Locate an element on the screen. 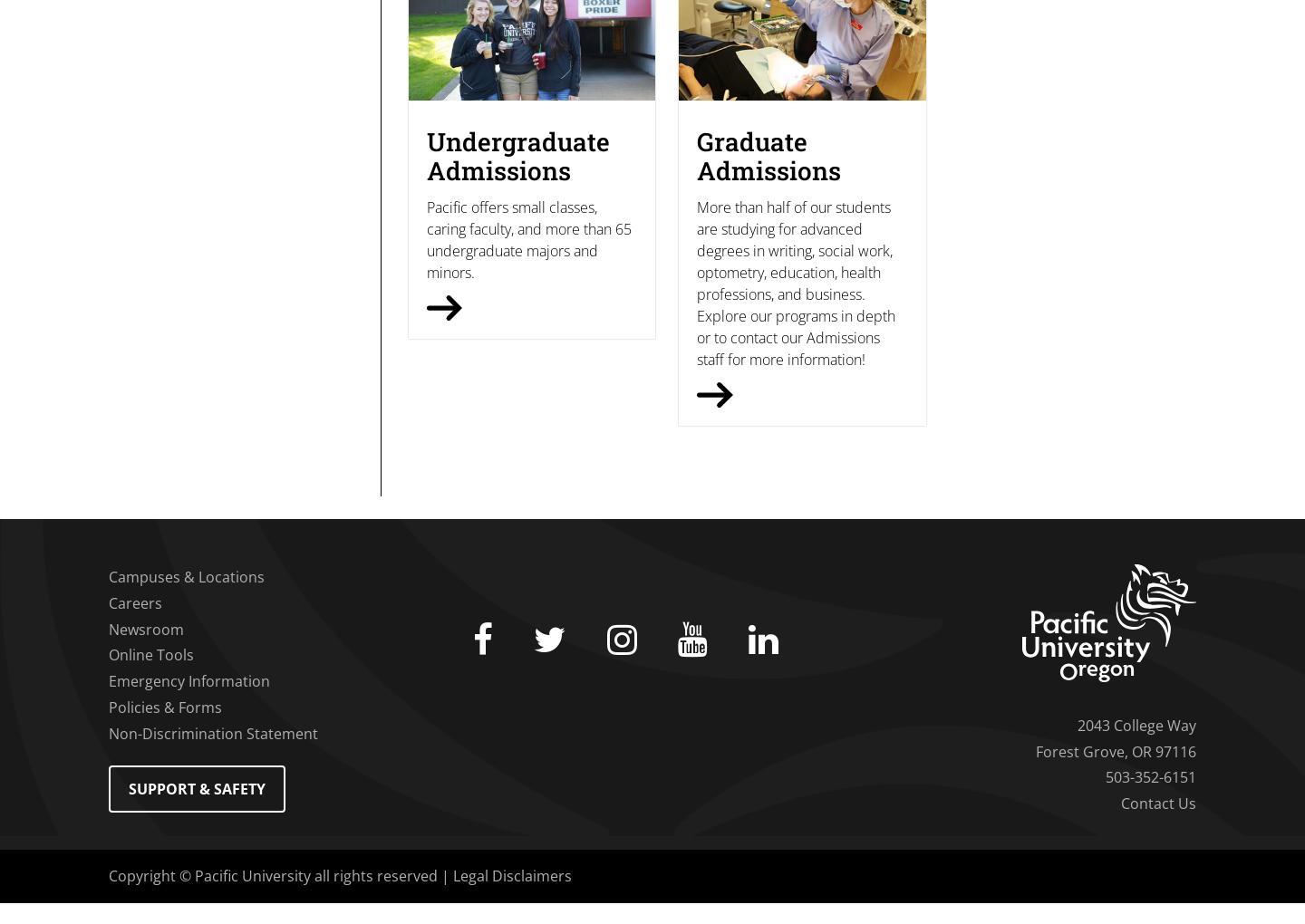  'Undergraduate Admissions' is located at coordinates (427, 155).